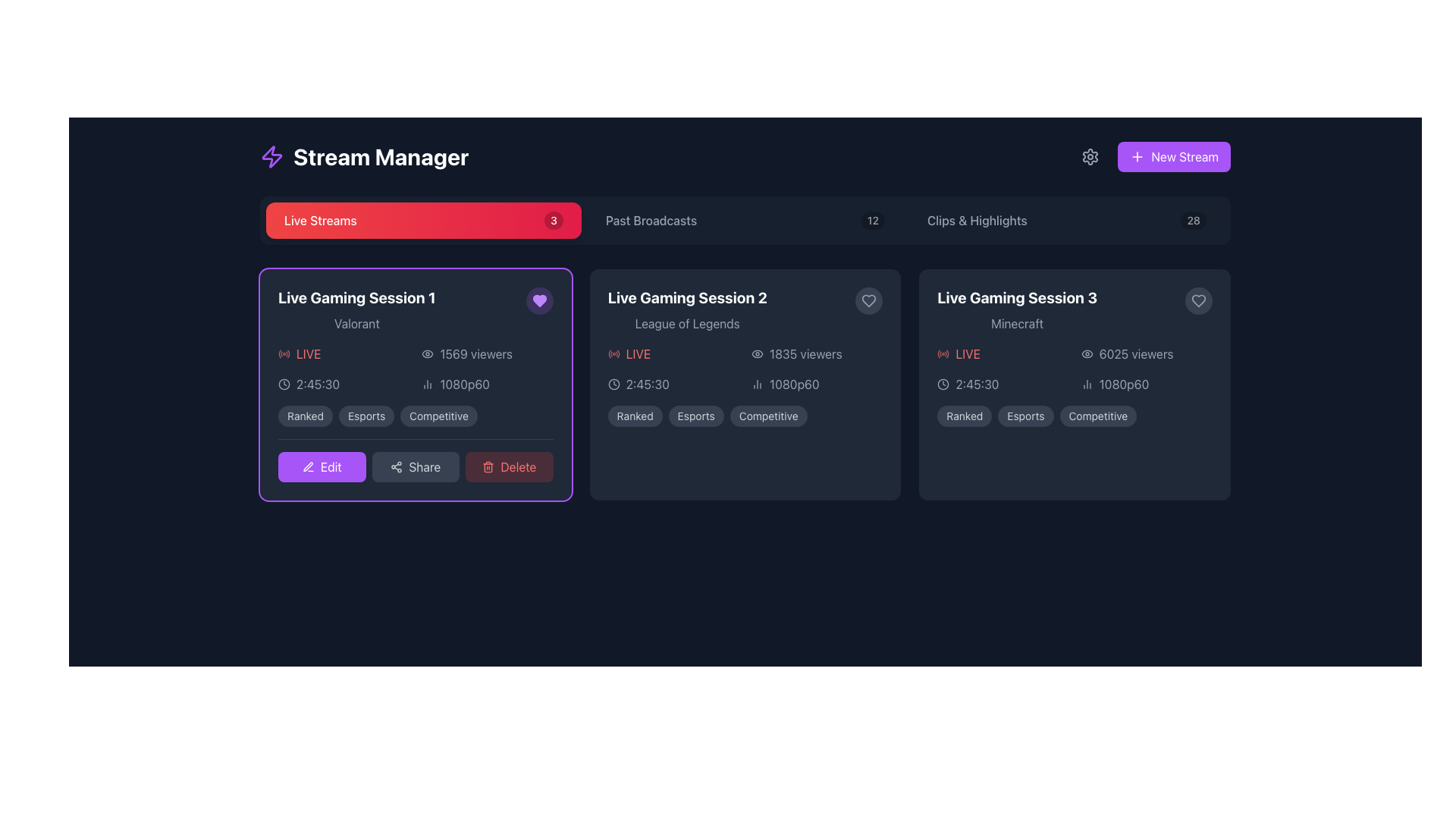 The image size is (1456, 819). What do you see at coordinates (757, 383) in the screenshot?
I see `the non-interactive SVG icon representing a chart or graph, which is positioned to the left of the '1080p60' text in the 'Live Gaming Session 2' card` at bounding box center [757, 383].